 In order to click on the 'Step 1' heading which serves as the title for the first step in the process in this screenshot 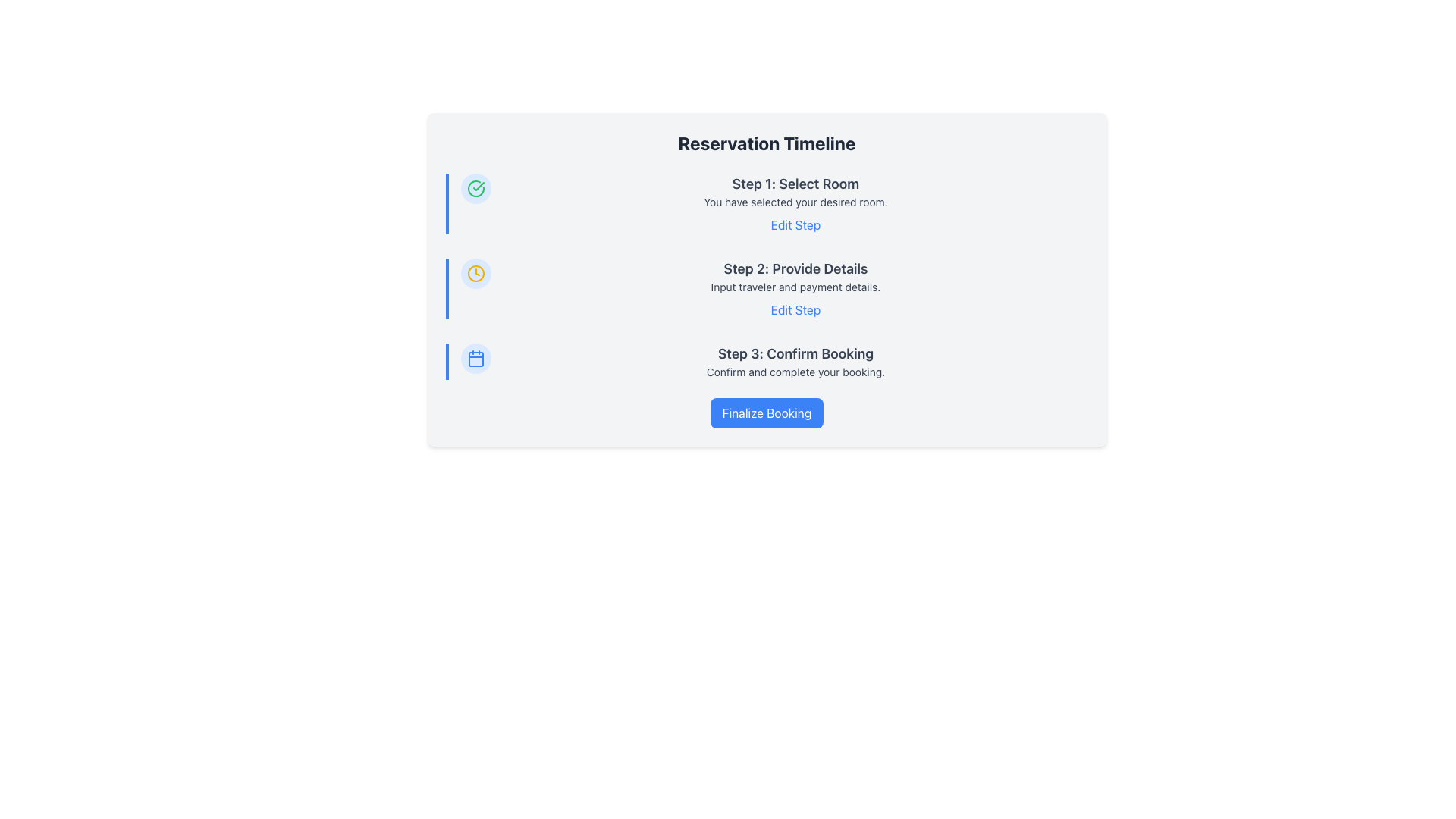, I will do `click(795, 184)`.